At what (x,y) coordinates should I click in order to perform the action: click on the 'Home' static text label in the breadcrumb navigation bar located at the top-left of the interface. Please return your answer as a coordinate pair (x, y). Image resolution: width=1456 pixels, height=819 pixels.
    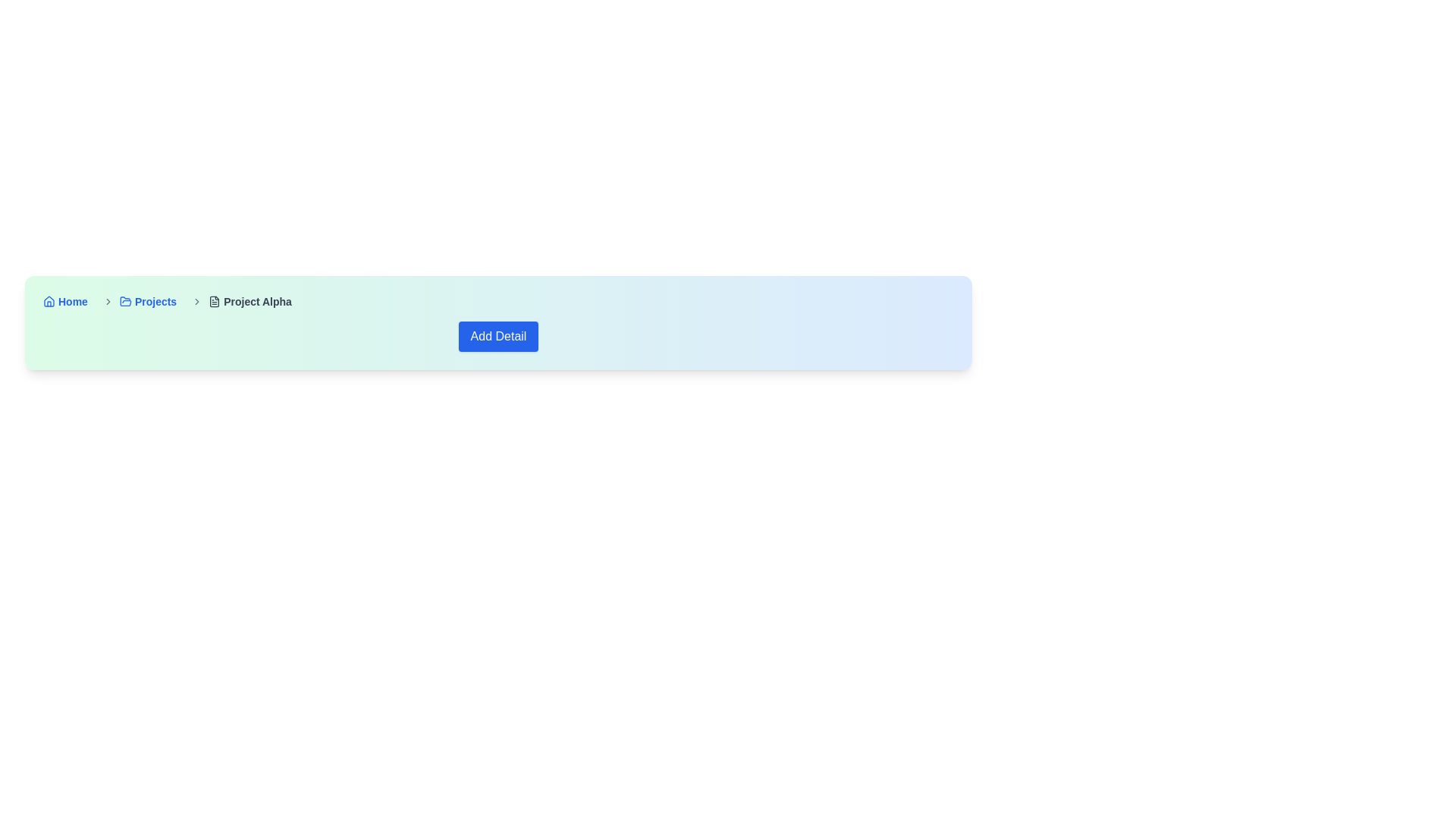
    Looking at the image, I should click on (72, 301).